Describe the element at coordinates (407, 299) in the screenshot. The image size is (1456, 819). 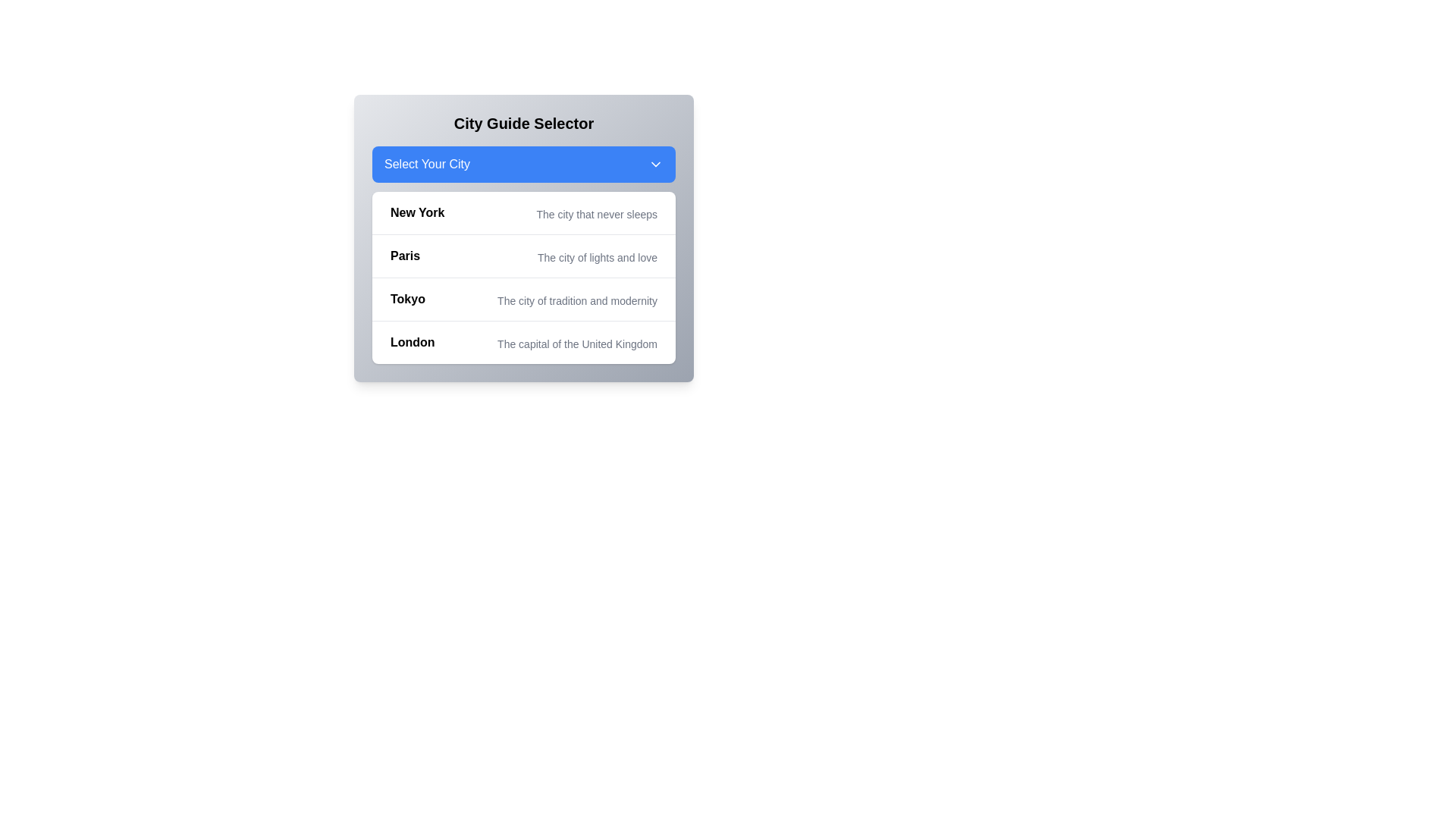
I see `the 'Tokyo' label, which is the title within the third entry of the 'City Guide Selector' dropdown panel, positioned above the description text and below the entries for 'New York' and 'Paris'` at that location.